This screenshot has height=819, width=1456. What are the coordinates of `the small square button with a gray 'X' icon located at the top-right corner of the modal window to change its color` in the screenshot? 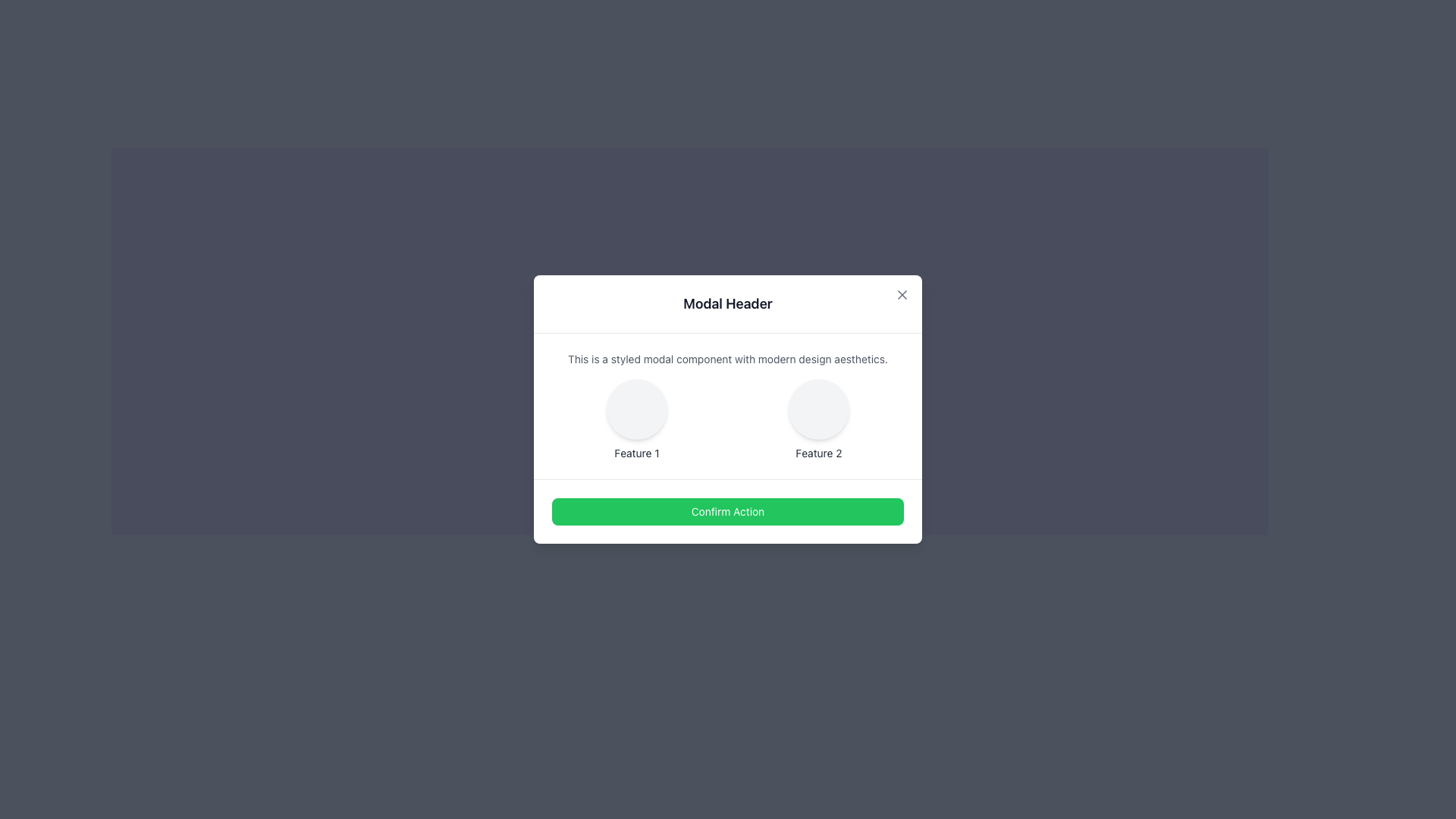 It's located at (902, 295).